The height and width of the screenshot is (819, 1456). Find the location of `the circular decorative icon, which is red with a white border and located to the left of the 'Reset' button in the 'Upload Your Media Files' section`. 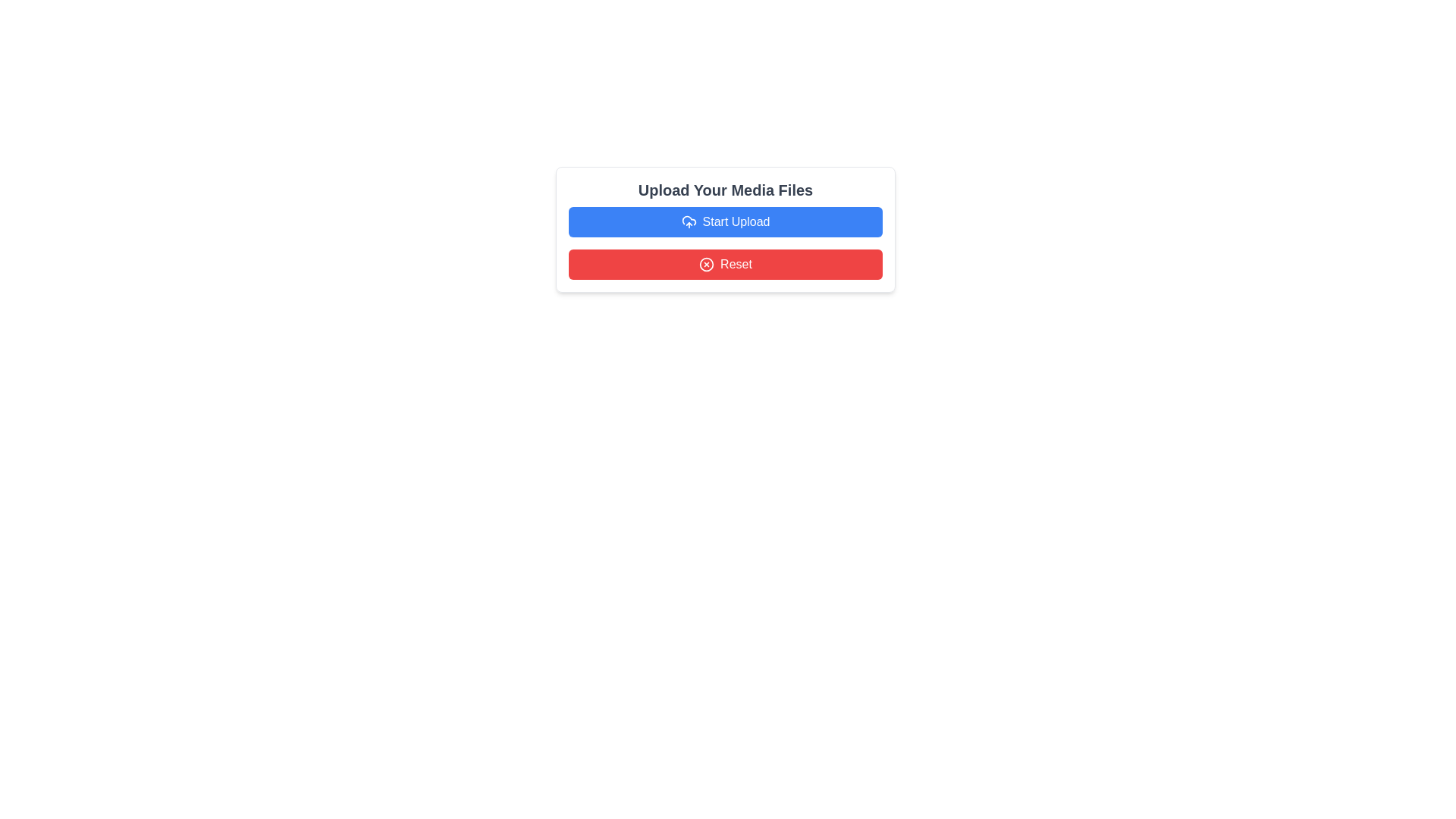

the circular decorative icon, which is red with a white border and located to the left of the 'Reset' button in the 'Upload Your Media Files' section is located at coordinates (706, 263).